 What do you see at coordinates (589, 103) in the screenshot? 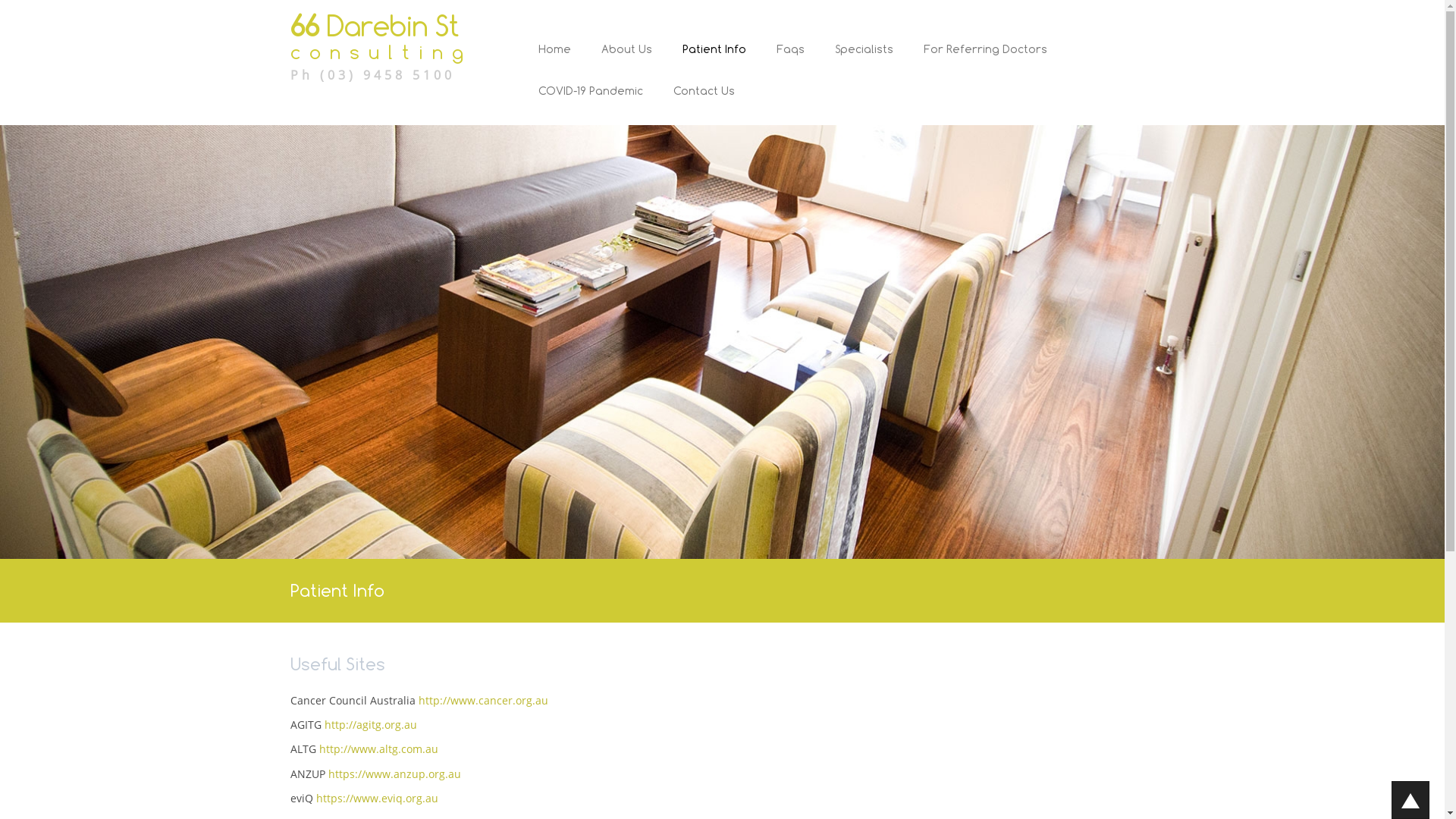
I see `'COVID-19 Pandemic'` at bounding box center [589, 103].